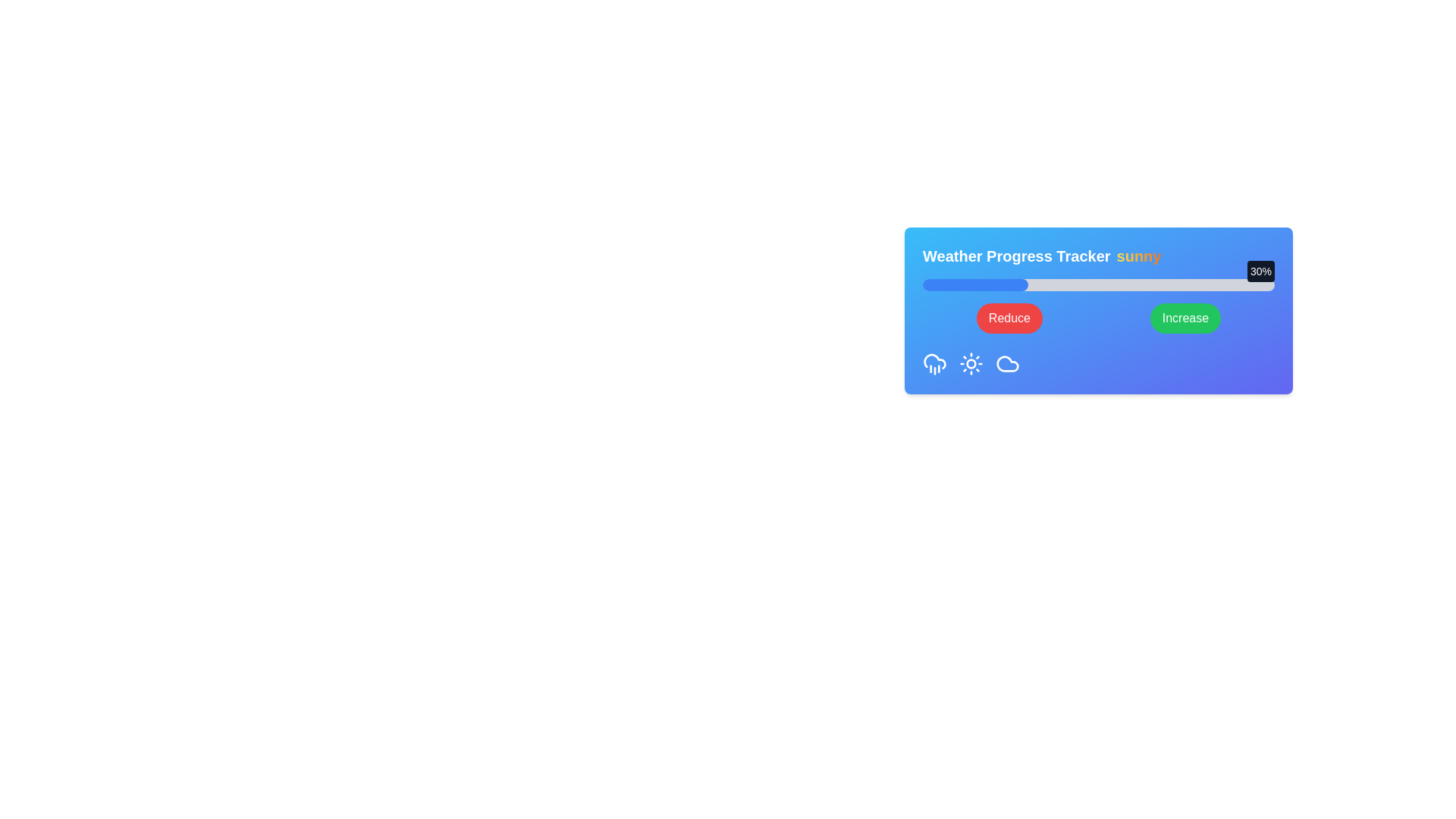  What do you see at coordinates (1139, 256) in the screenshot?
I see `the text label displaying 'sunny' with a gradient effect, located to the right of the 'Weather Progress Tracker' within the weather interface` at bounding box center [1139, 256].